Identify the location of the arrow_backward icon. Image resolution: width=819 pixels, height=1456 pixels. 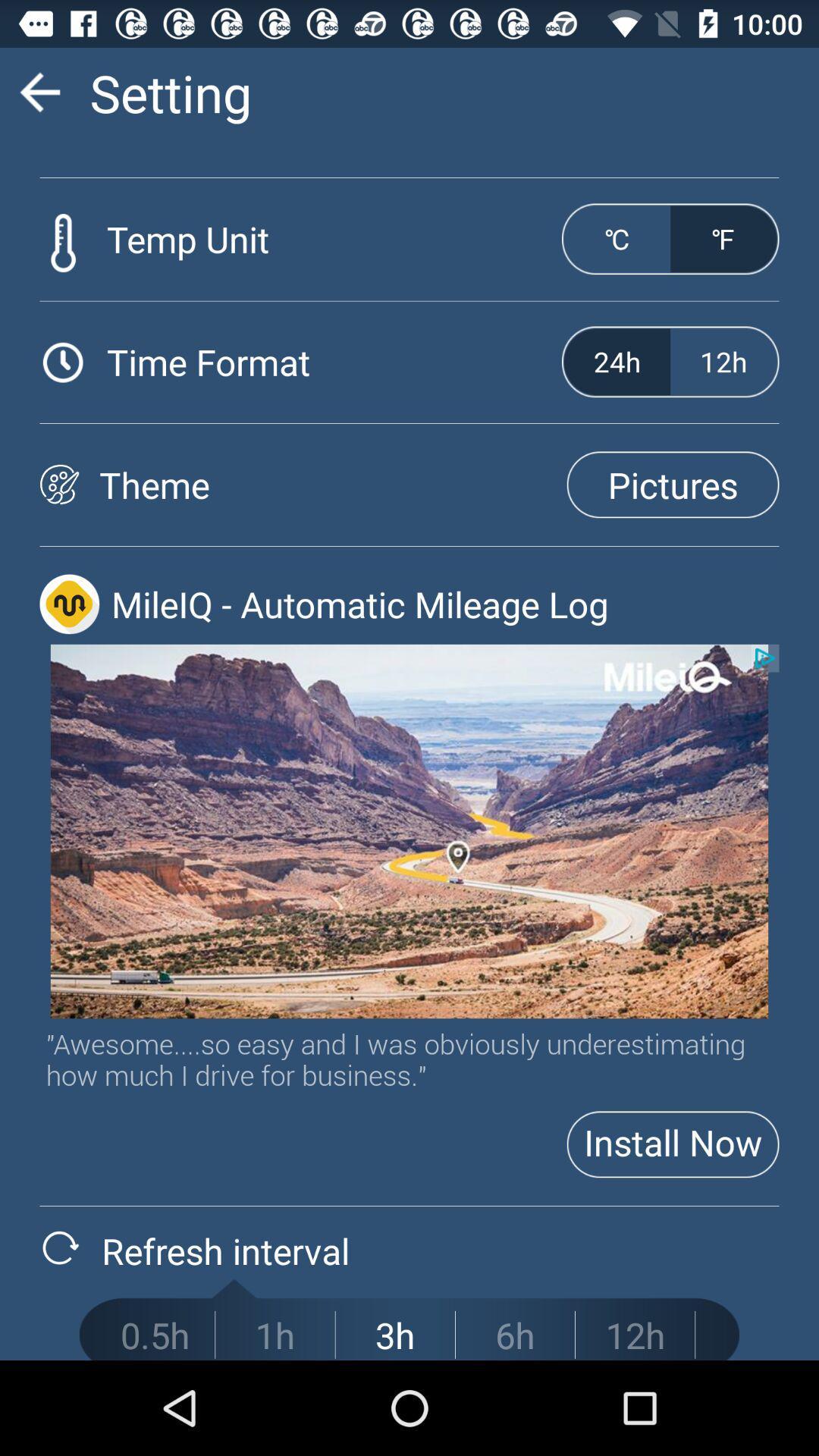
(39, 98).